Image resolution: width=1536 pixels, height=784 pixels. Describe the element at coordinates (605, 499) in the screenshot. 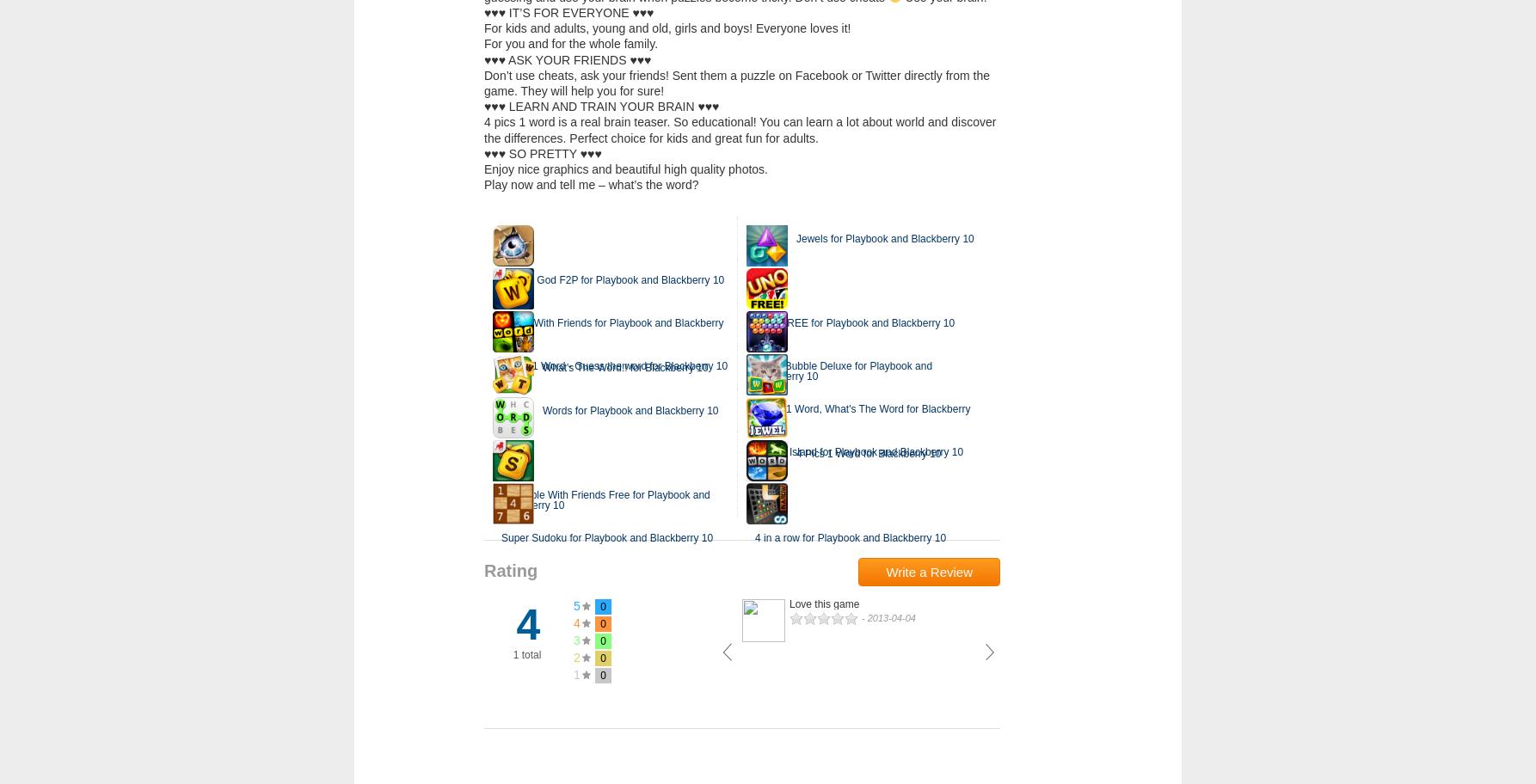

I see `'Scramble With Friends Free for  Playbook and Blackberry 10'` at that location.